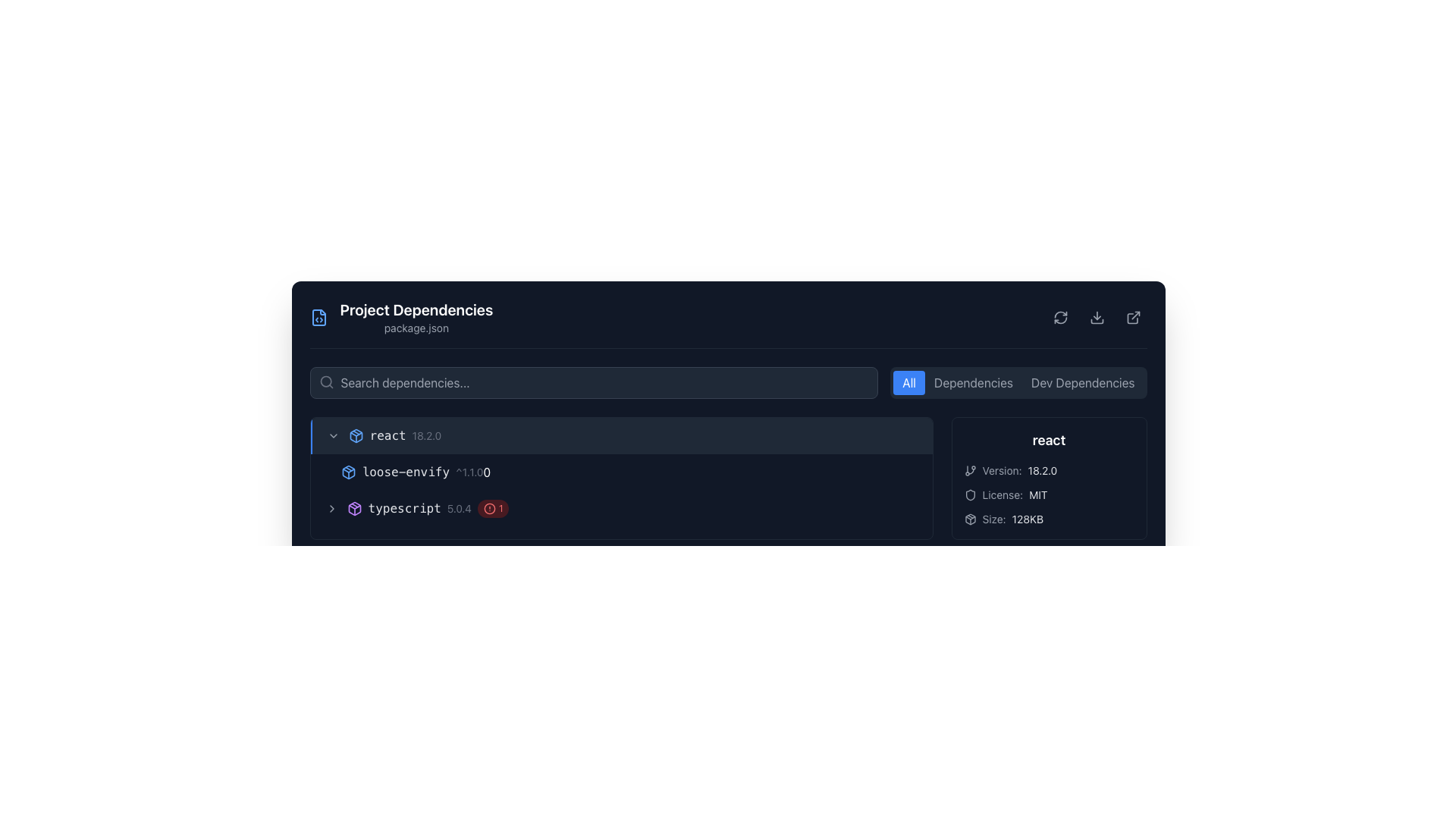  Describe the element at coordinates (621, 453) in the screenshot. I see `the list item displaying 'loose-envify ^1.1.0'` at that location.